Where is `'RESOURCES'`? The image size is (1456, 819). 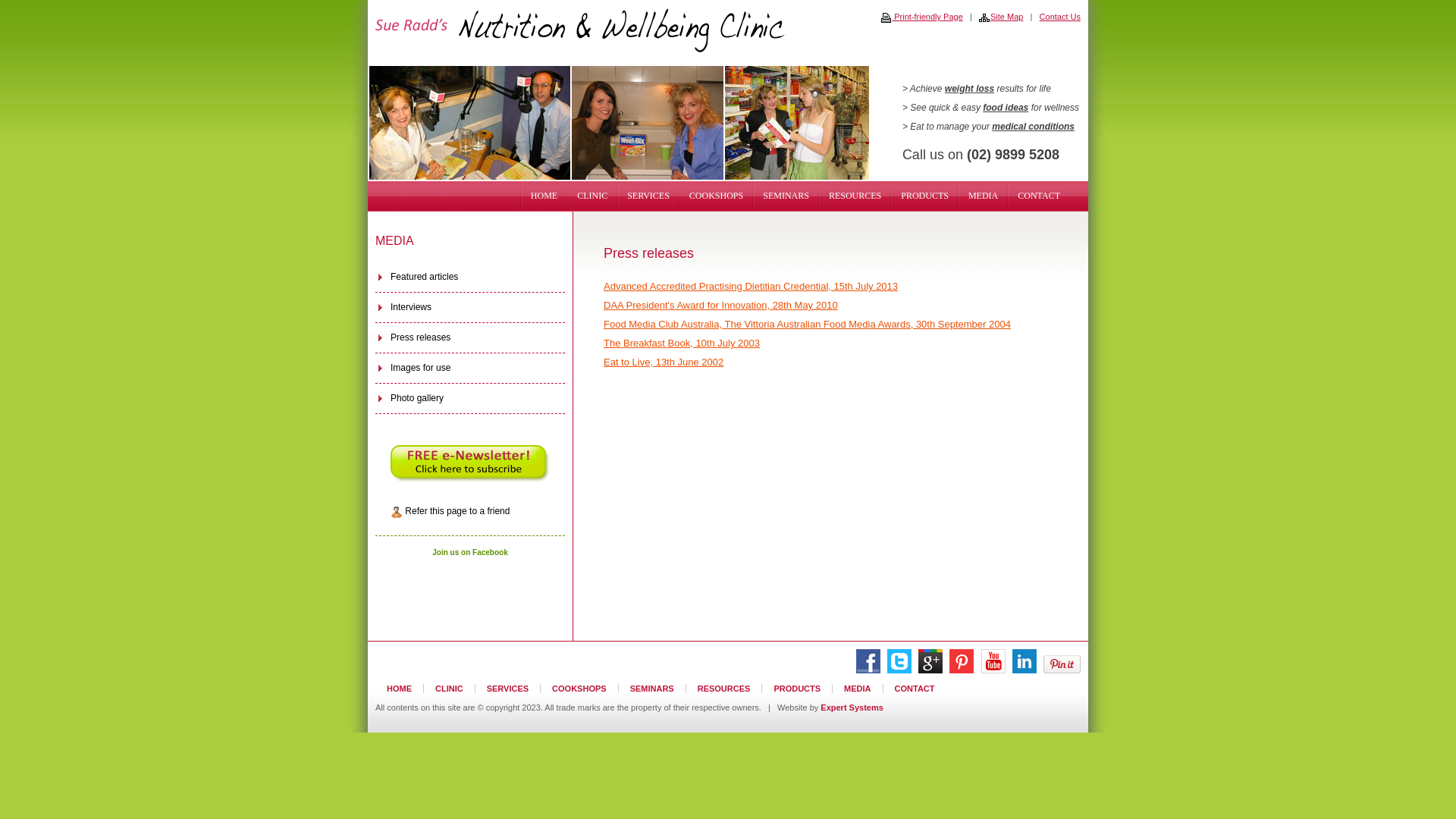
'RESOURCES' is located at coordinates (723, 688).